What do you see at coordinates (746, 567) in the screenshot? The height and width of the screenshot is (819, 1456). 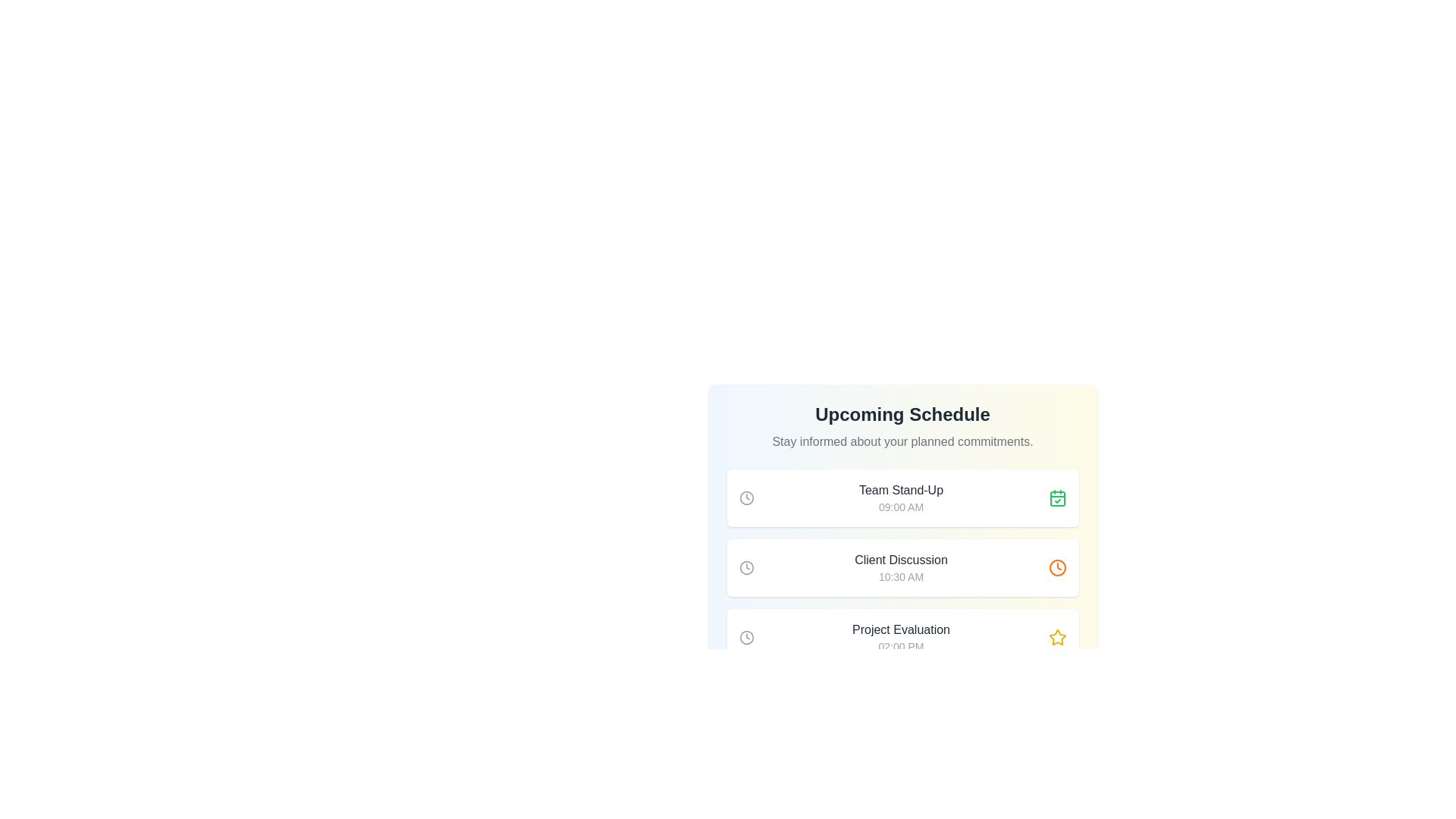 I see `the small, circular clock icon next to the text 'Client Discussion' and '10:30 AM' in the schedule card` at bounding box center [746, 567].